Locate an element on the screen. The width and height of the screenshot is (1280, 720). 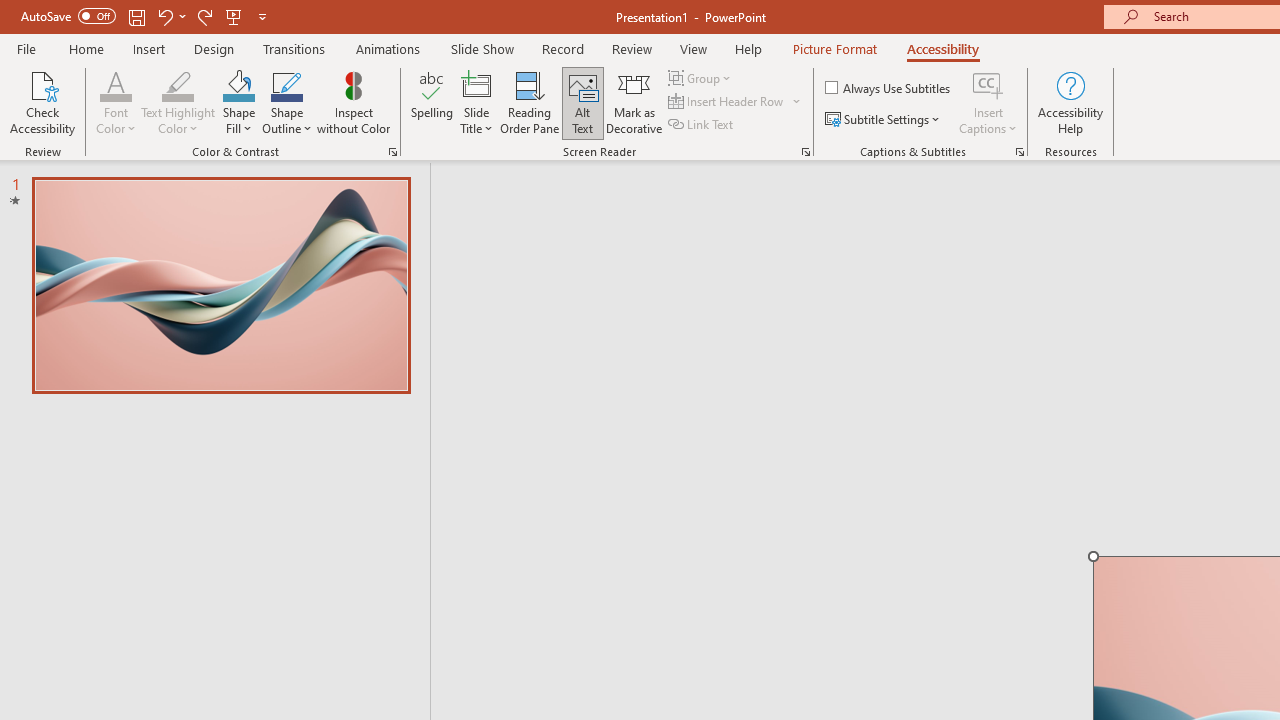
'Inspect without Color' is located at coordinates (353, 103).